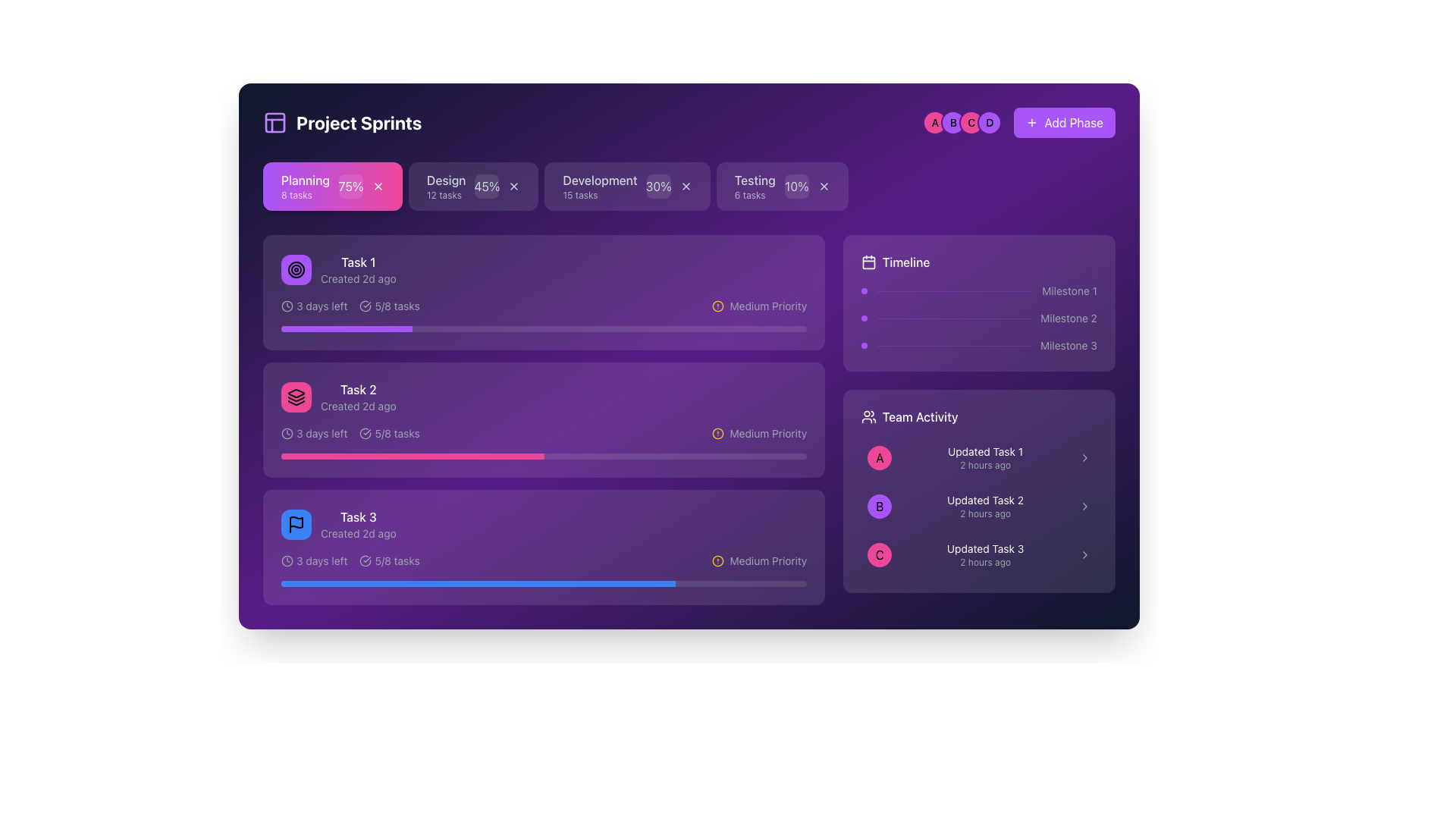 The width and height of the screenshot is (1456, 819). I want to click on the small cross (X) shaped icon located at the far right of the 'Development' section, which changes color to red on hover, so click(685, 186).